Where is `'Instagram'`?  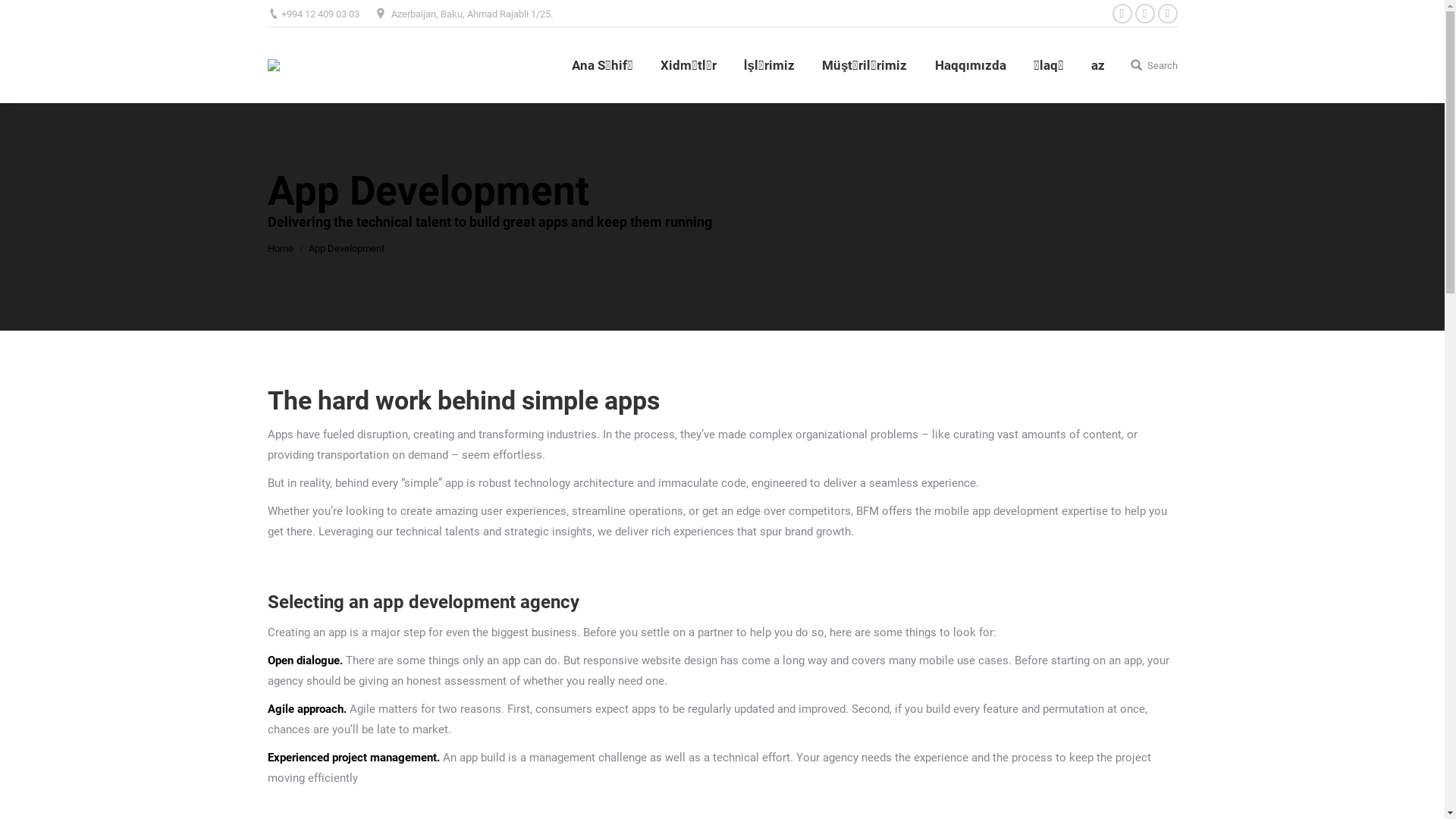
'Instagram' is located at coordinates (1144, 14).